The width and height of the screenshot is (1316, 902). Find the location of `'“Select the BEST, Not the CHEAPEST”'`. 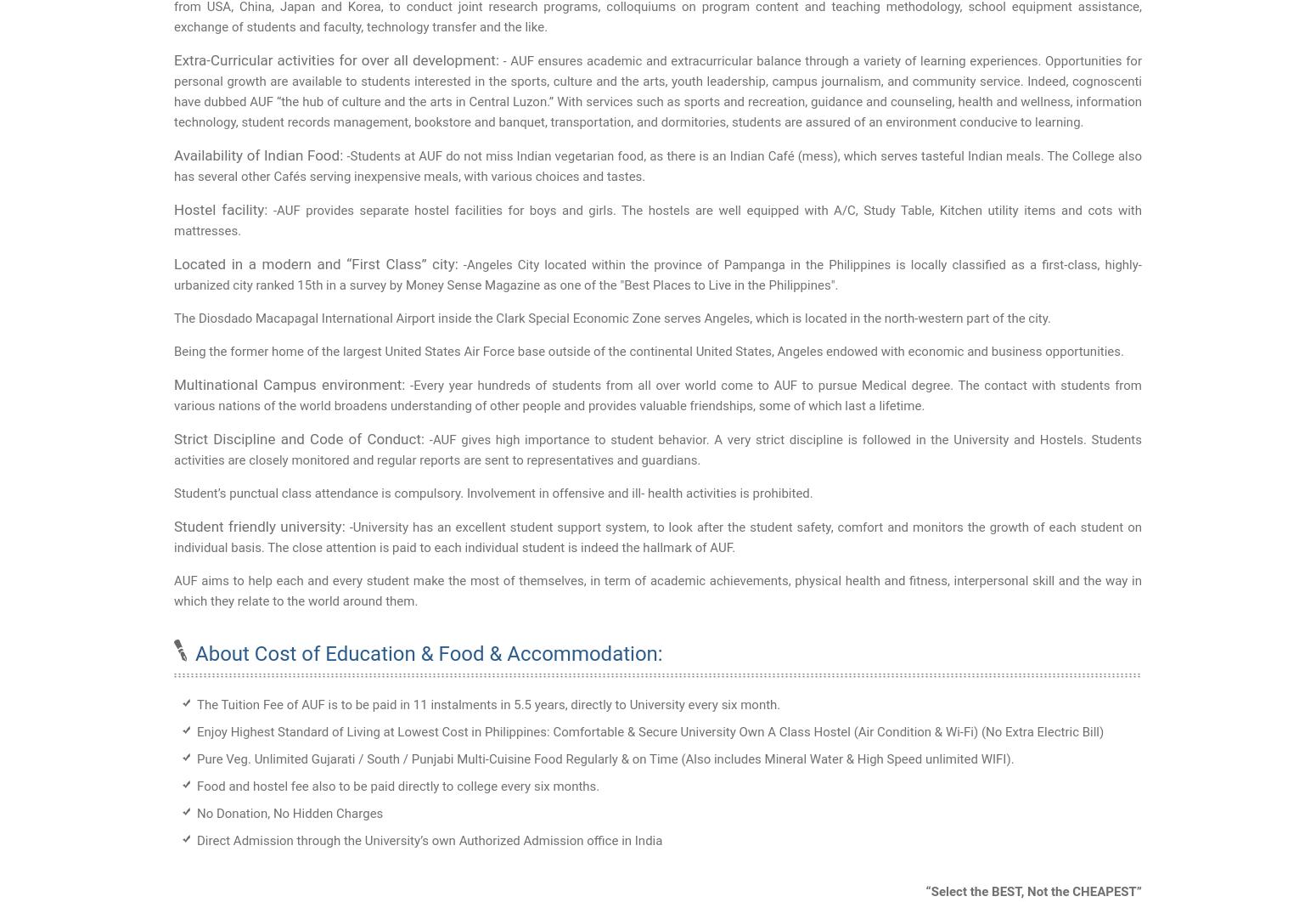

'“Select the BEST, Not the CHEAPEST”' is located at coordinates (1033, 890).